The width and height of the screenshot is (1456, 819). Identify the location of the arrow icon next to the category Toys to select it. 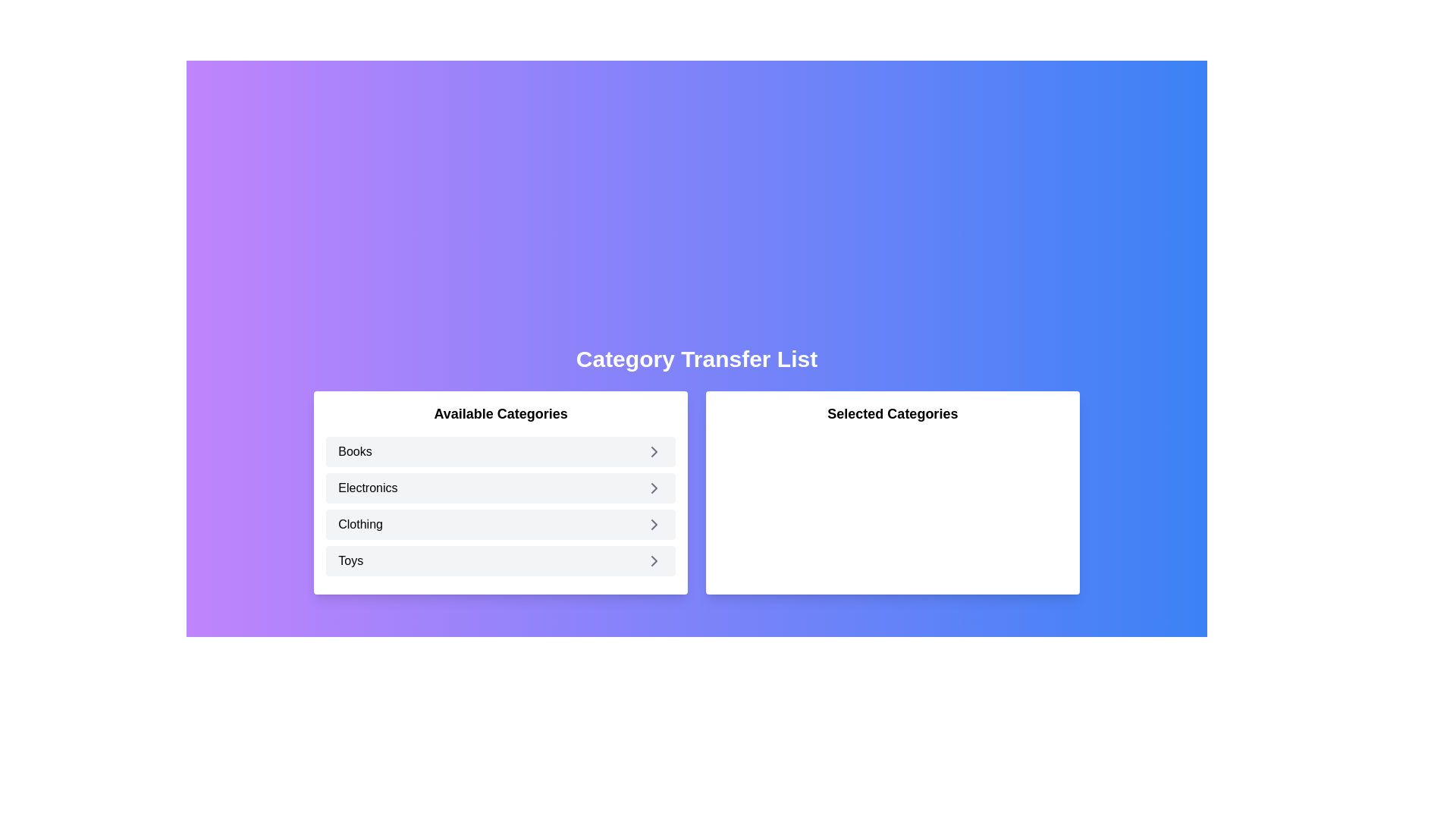
(654, 561).